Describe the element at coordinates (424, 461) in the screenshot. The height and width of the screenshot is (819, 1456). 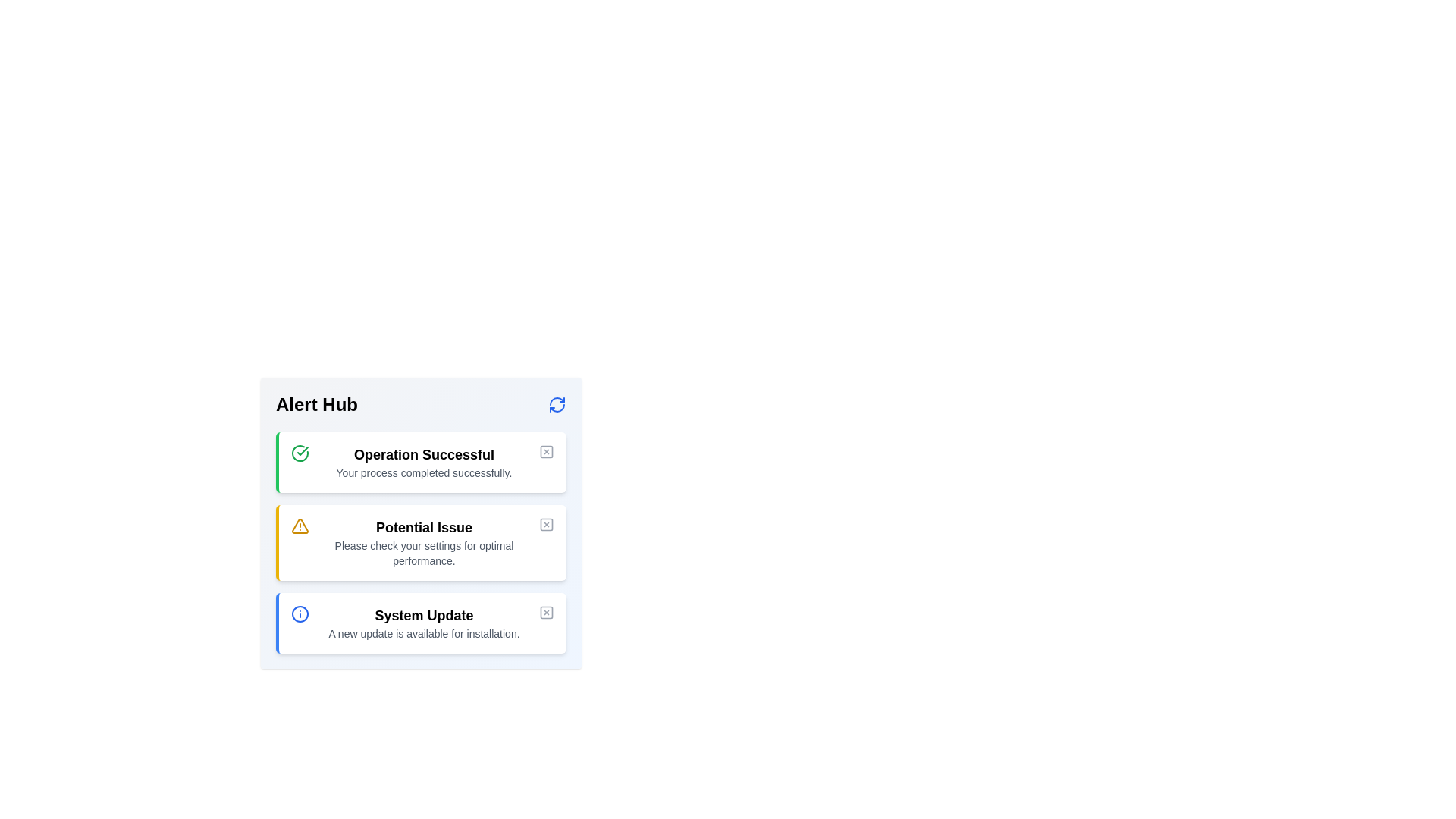
I see `the success message text block in the 'Alert Hub' section, which is the topmost item in a green-accented box indicating a successful operation` at that location.